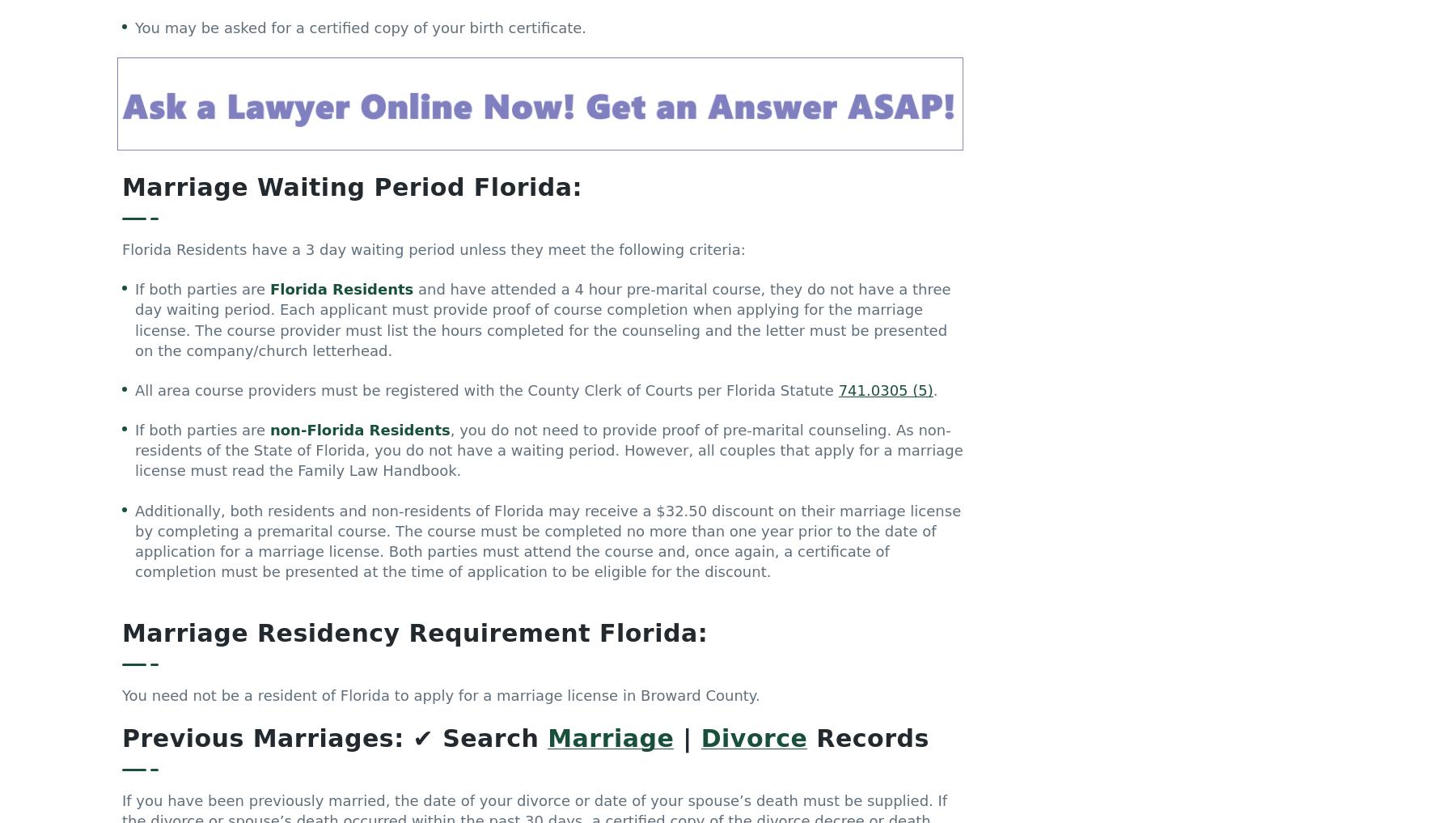 The image size is (1456, 823). I want to click on 'Divorce', so click(753, 741).